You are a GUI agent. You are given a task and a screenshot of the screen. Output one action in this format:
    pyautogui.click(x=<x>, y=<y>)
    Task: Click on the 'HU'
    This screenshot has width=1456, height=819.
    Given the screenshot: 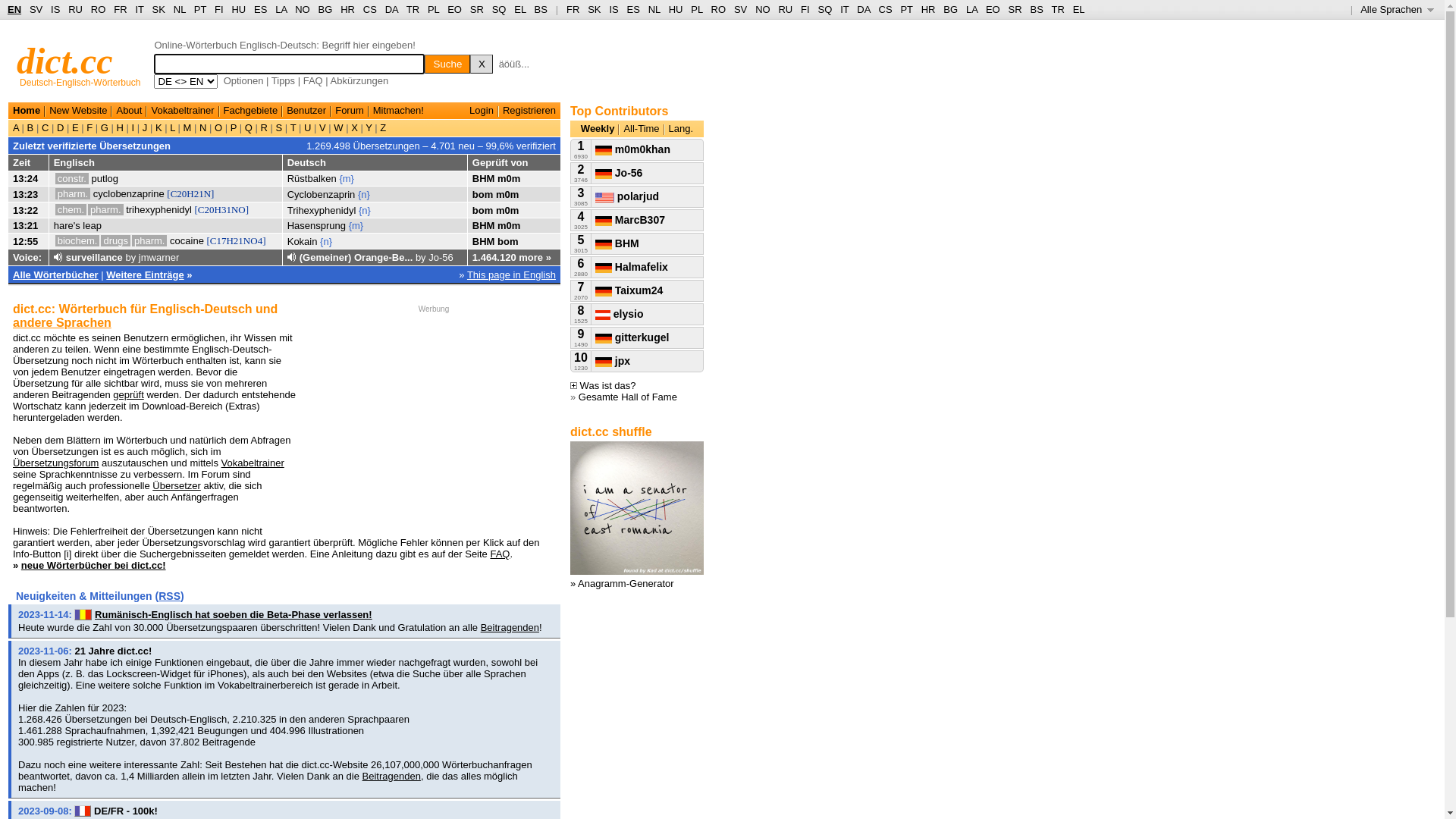 What is the action you would take?
    pyautogui.click(x=675, y=9)
    